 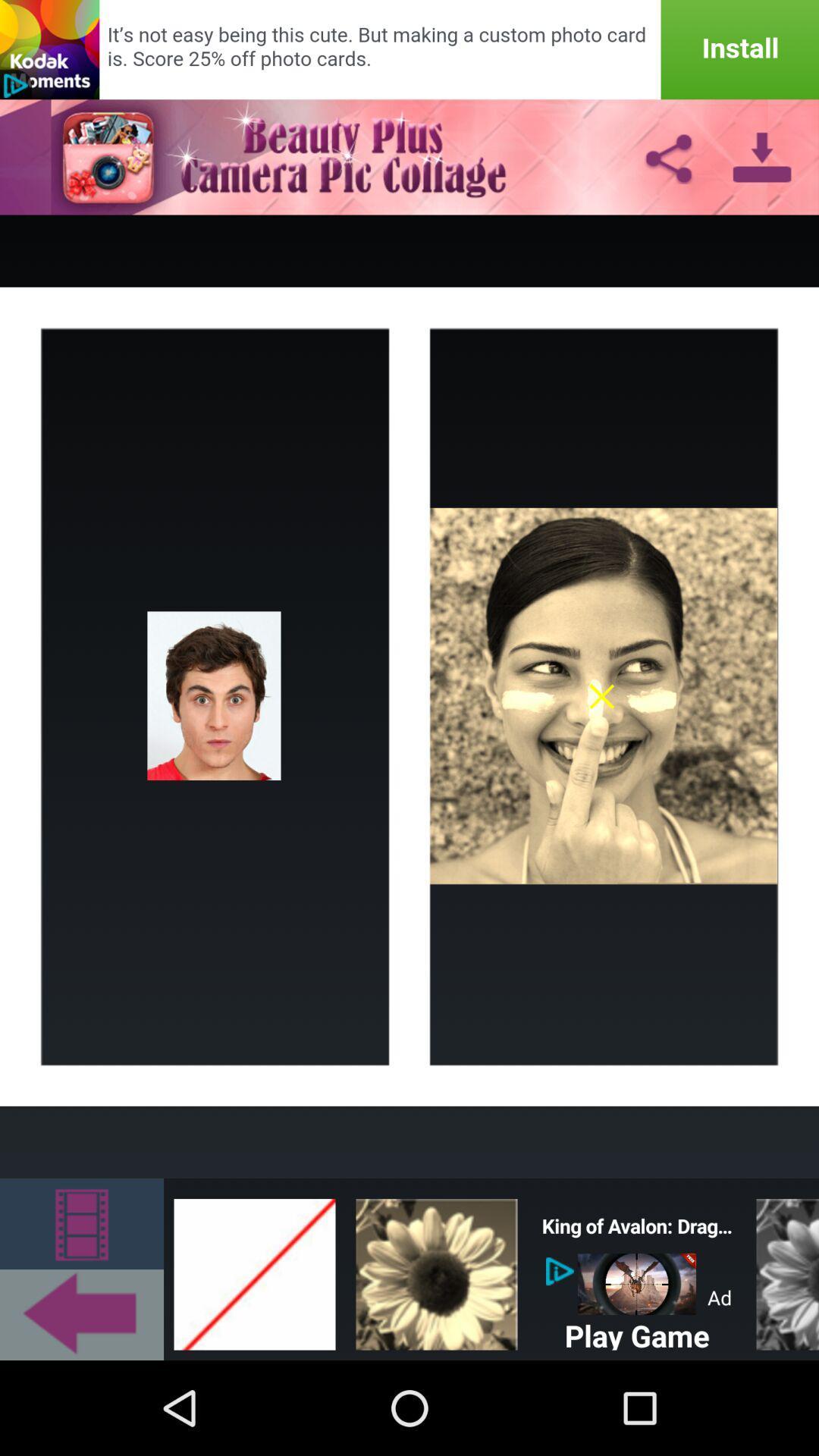 I want to click on the file_download icon, so click(x=762, y=168).